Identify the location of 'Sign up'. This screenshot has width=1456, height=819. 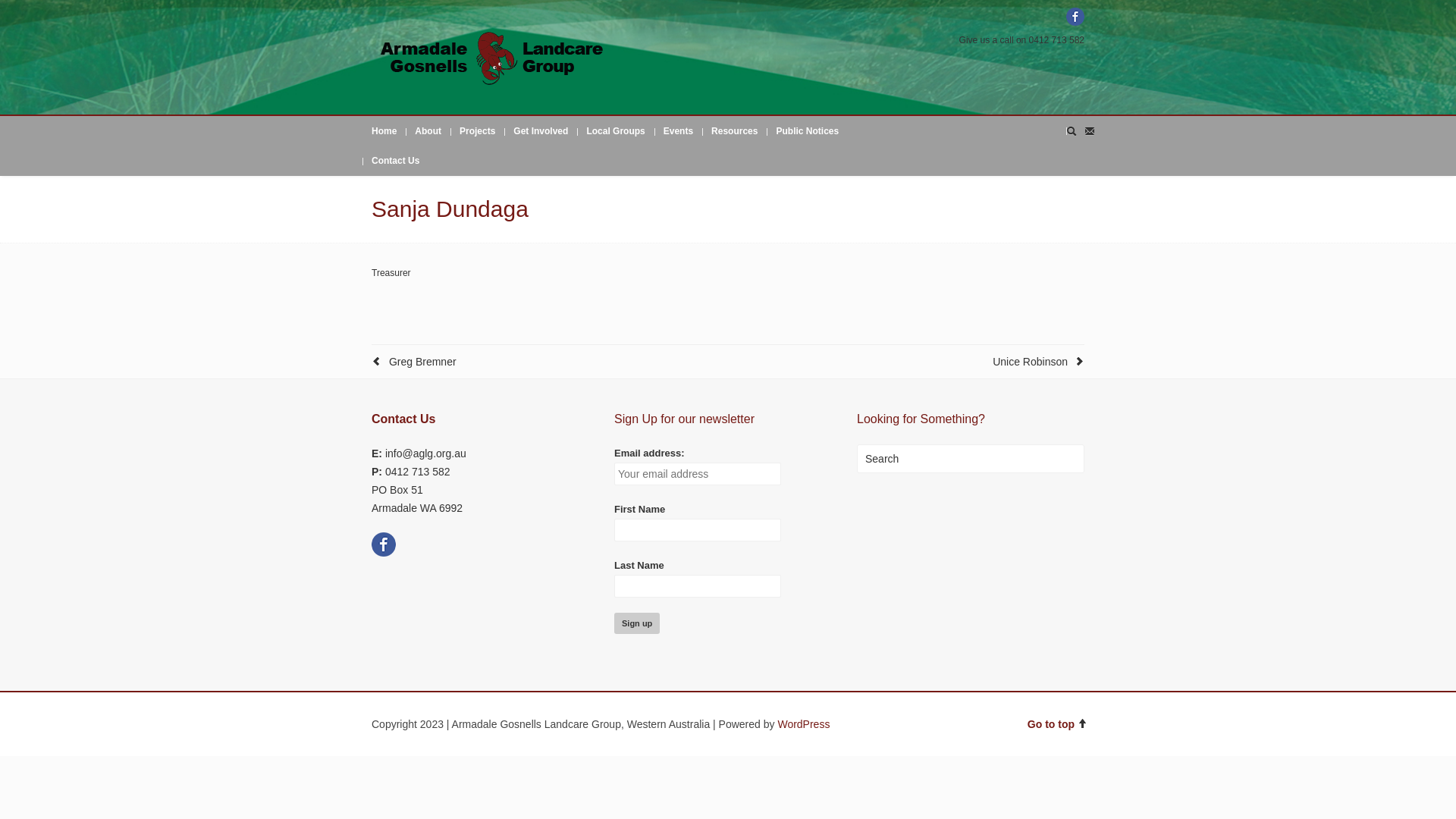
(637, 623).